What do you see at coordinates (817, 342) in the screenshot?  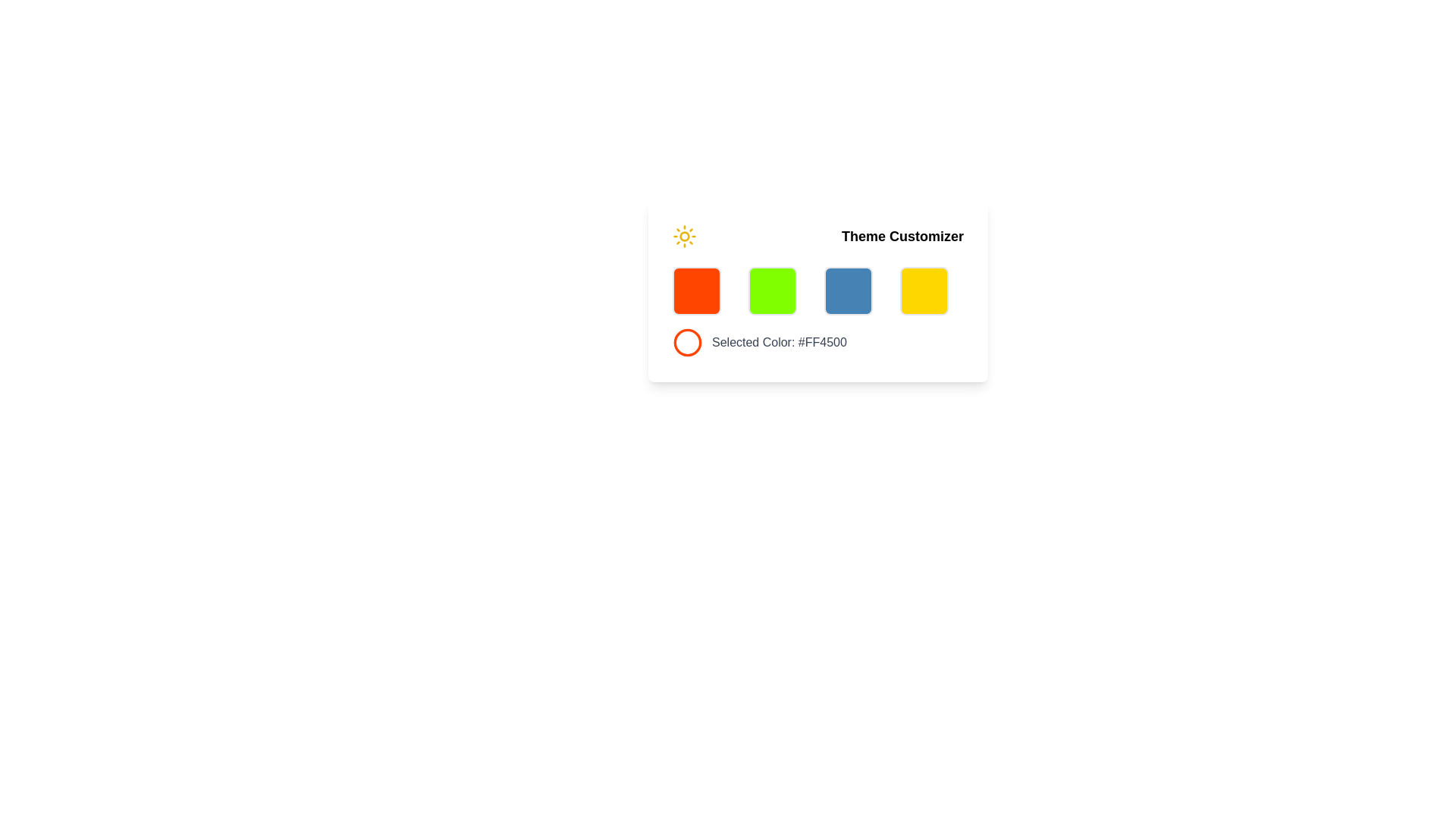 I see `the informational text element displaying the currently selected color and its hexadecimal code, located beneath the color options in the 'Theme Customizer' section` at bounding box center [817, 342].